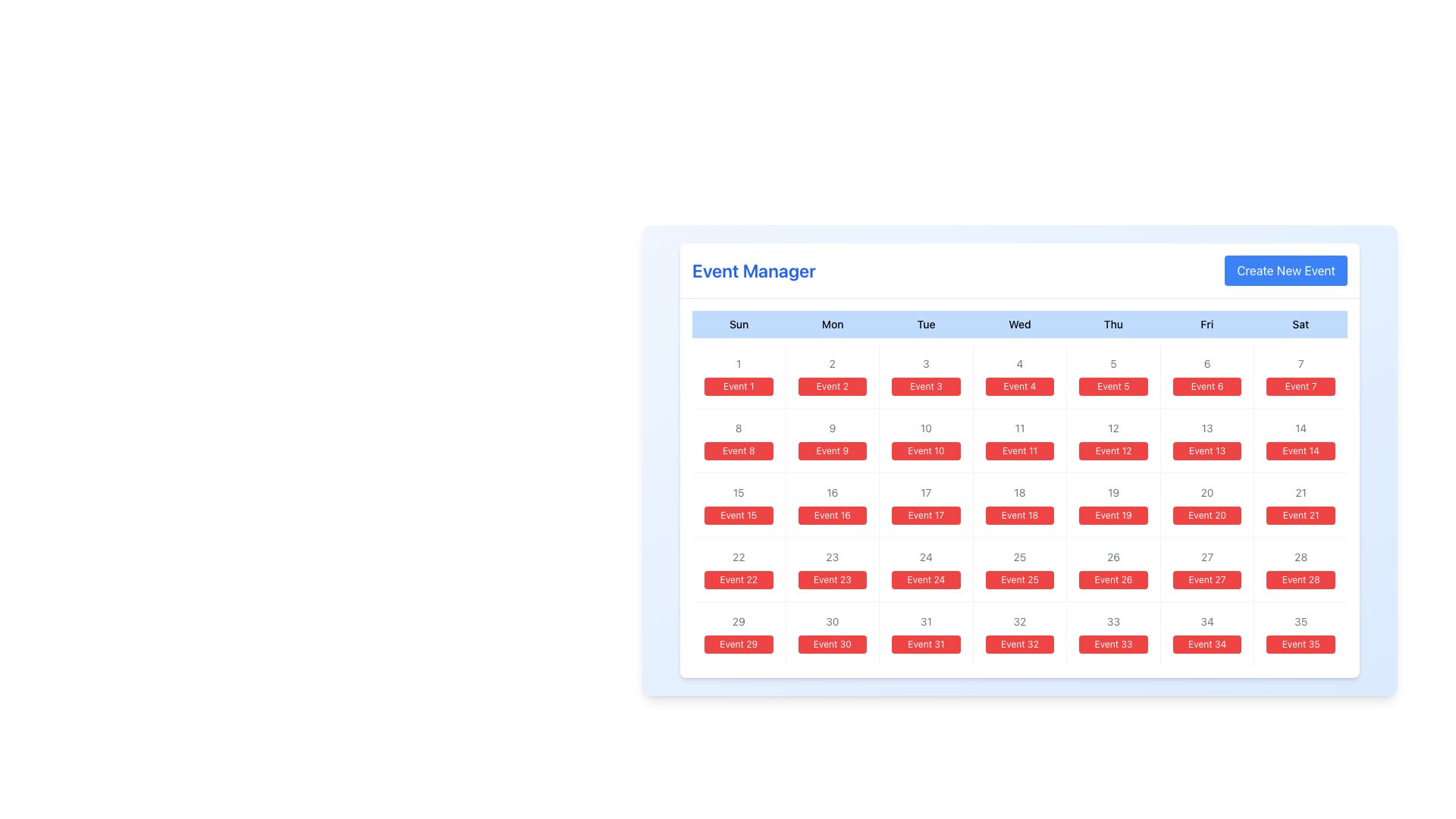 This screenshot has height=819, width=1456. Describe the element at coordinates (925, 385) in the screenshot. I see `the button labeled 'Event 3' located below the gray-shaded number '3' in the calendar grid to interact with the event` at that location.